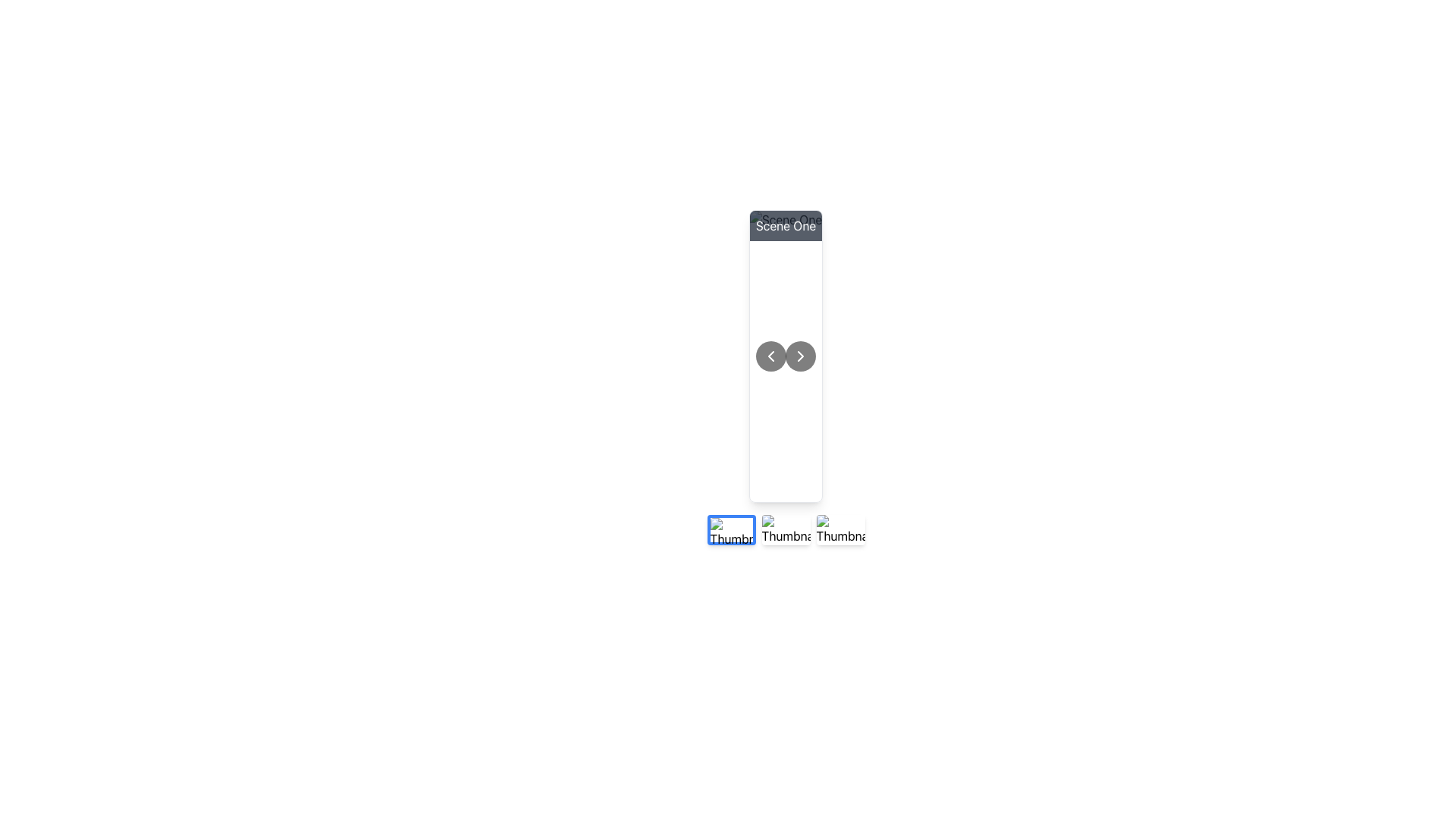  I want to click on the Chevron Right icon located at the center of the right circular navigation button under the header labeled 'Scene One', so click(800, 356).